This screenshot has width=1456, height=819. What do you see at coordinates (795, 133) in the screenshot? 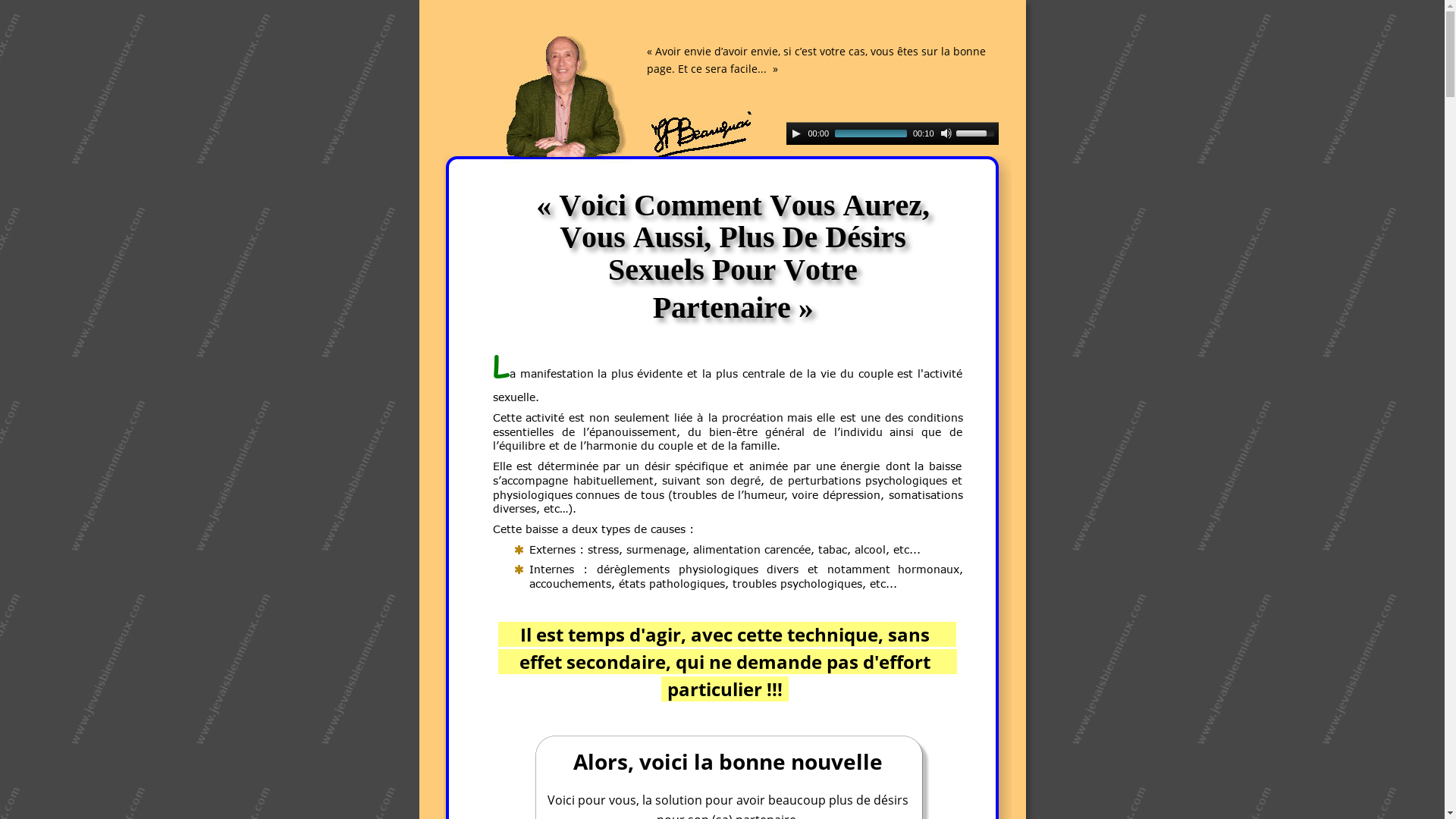
I see `'Play'` at bounding box center [795, 133].